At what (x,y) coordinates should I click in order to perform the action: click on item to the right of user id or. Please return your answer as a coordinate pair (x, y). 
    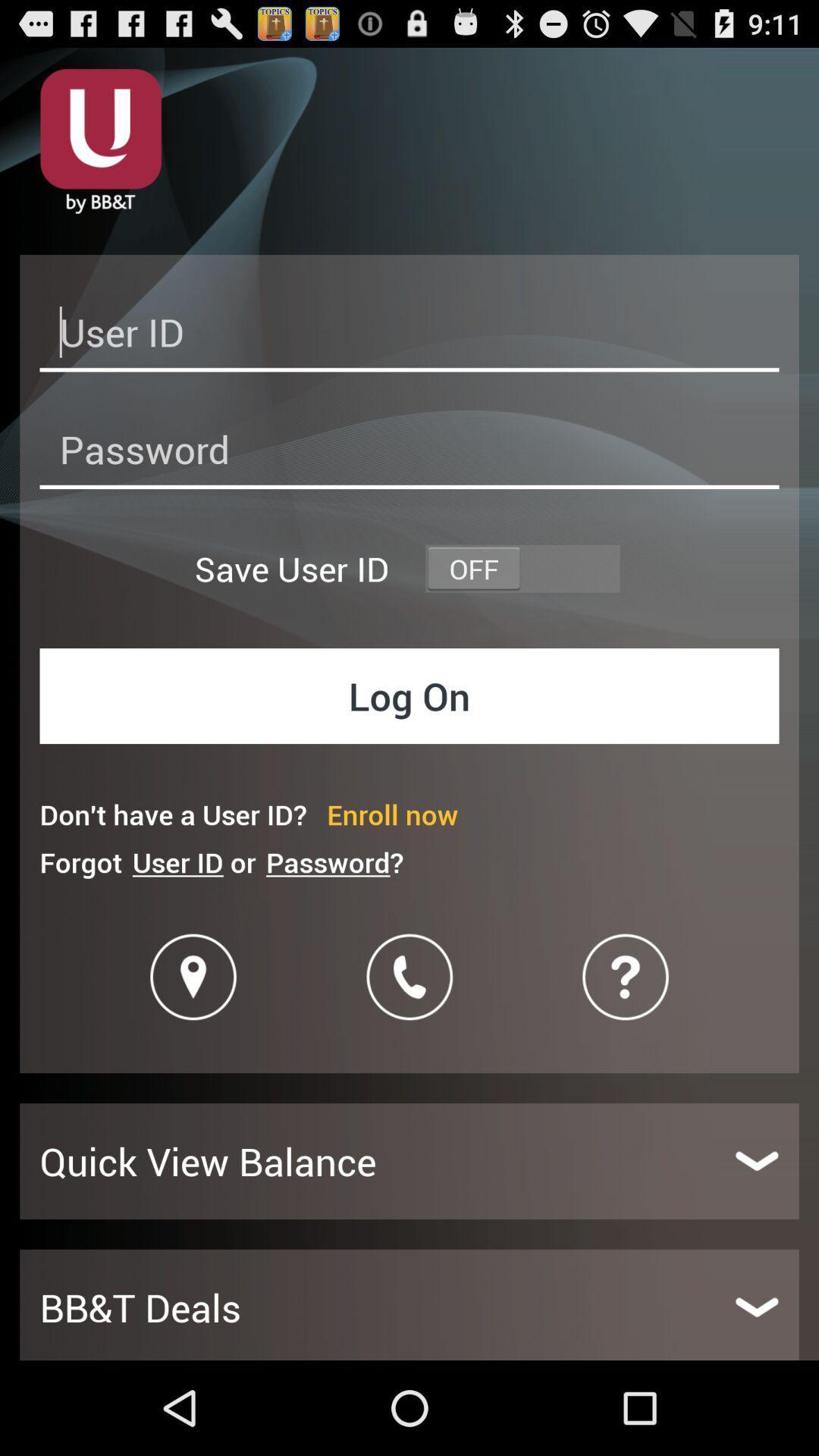
    Looking at the image, I should click on (334, 862).